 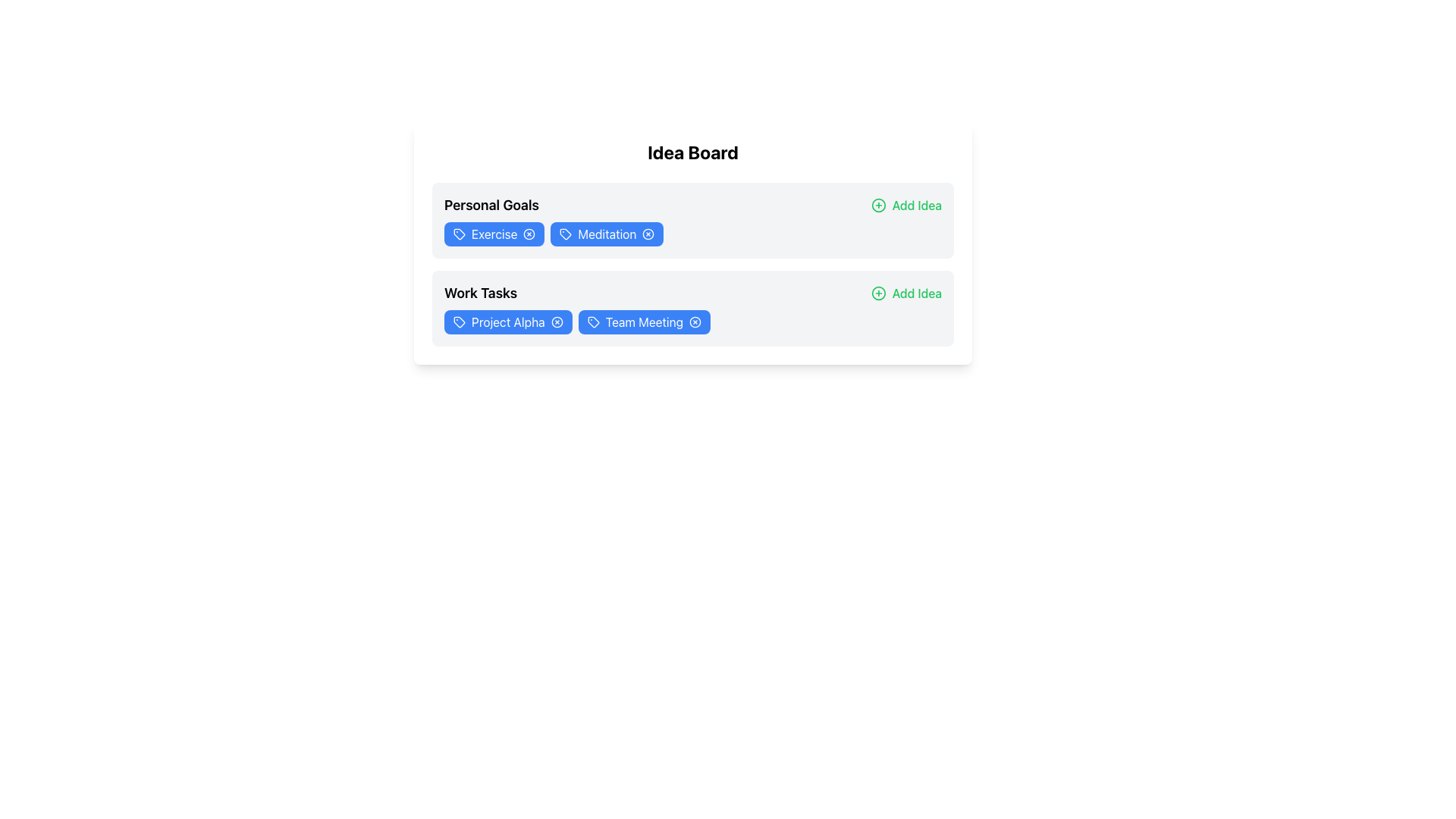 I want to click on the icon that represents the 'Project Alpha' button, which is the leftmost icon inside the blue button labeled 'Project Alpha' under the 'Work Tasks' category, so click(x=458, y=321).